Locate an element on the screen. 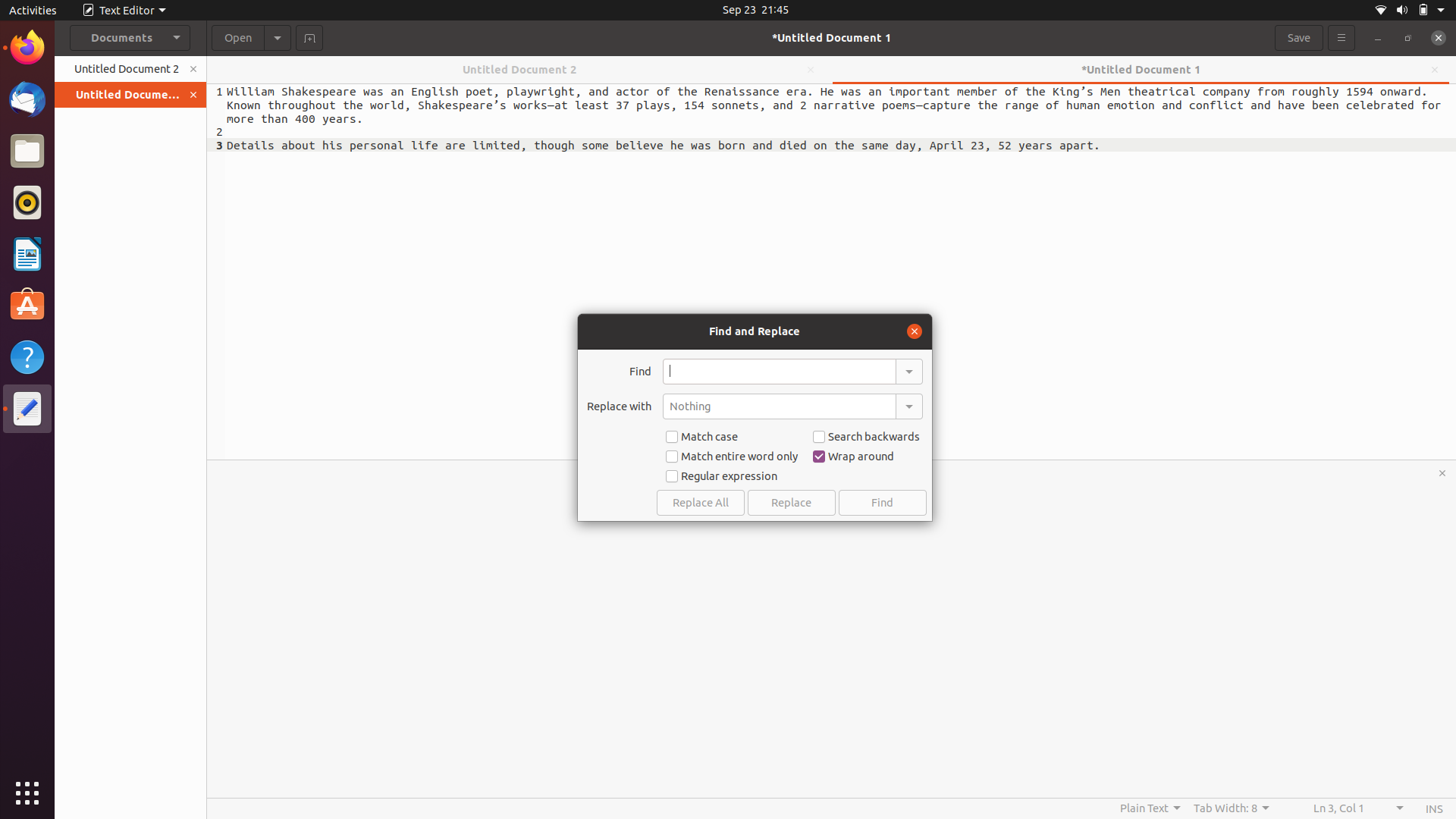  Close the search and replace box and minimize the document is located at coordinates (912, 329).